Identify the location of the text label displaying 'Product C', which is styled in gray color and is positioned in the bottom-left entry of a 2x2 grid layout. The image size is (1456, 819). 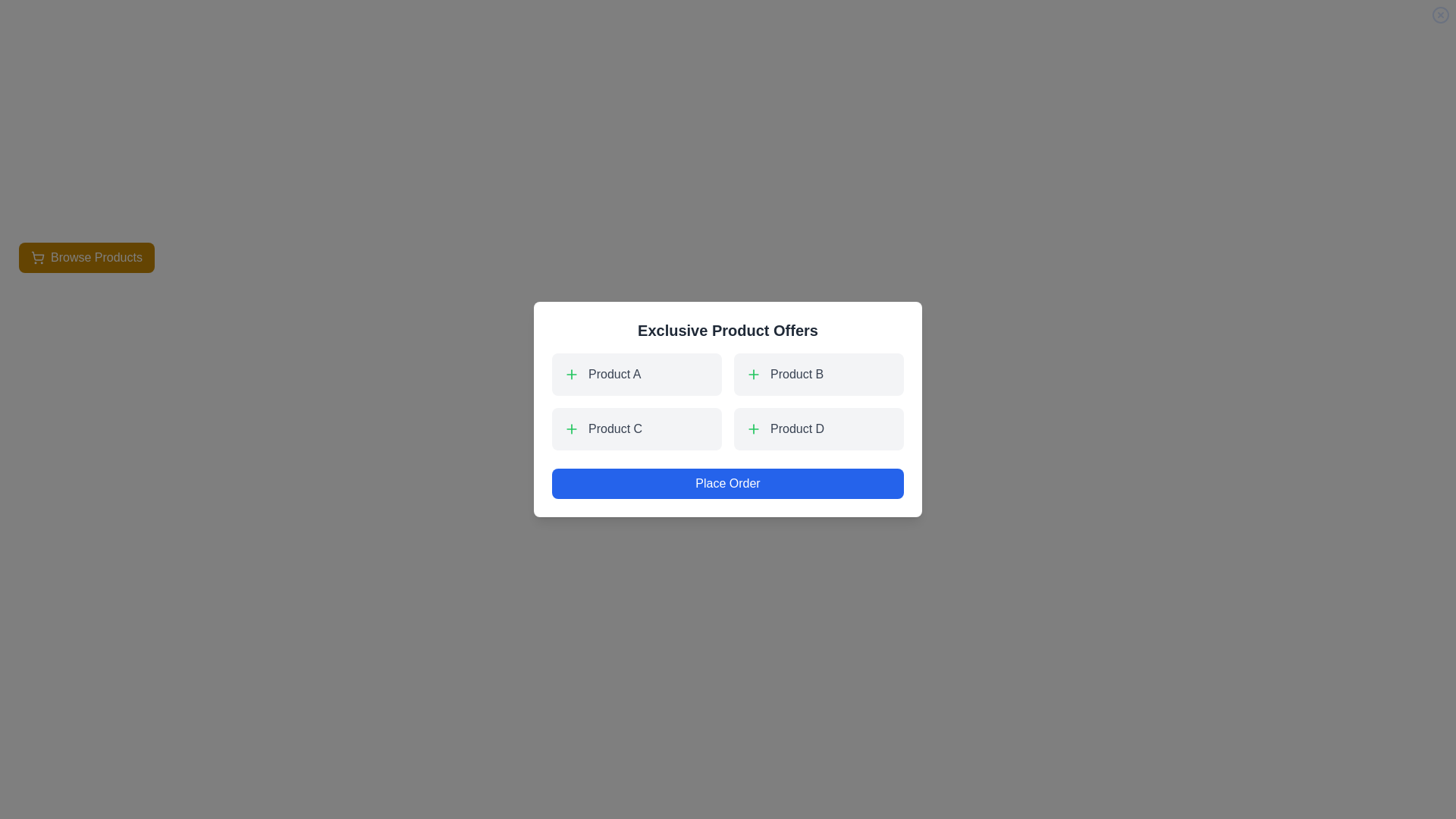
(615, 429).